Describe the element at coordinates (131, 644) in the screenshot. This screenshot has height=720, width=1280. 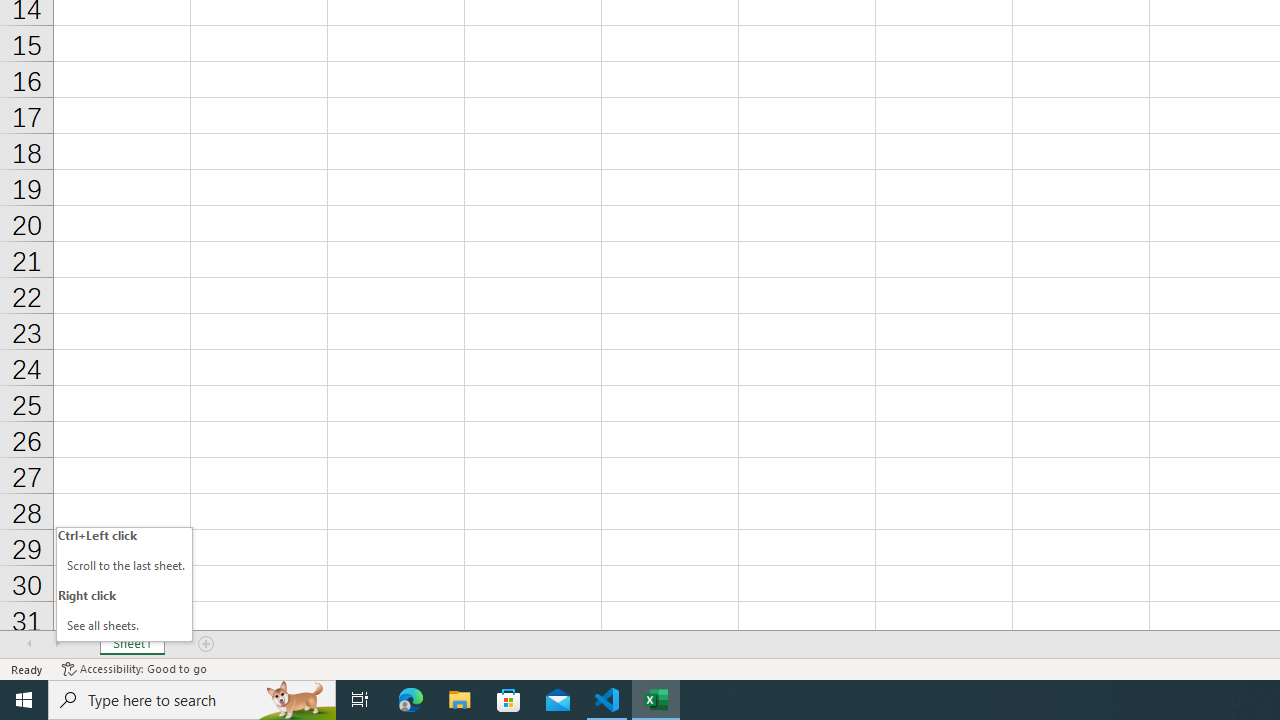
I see `'Sheet1'` at that location.